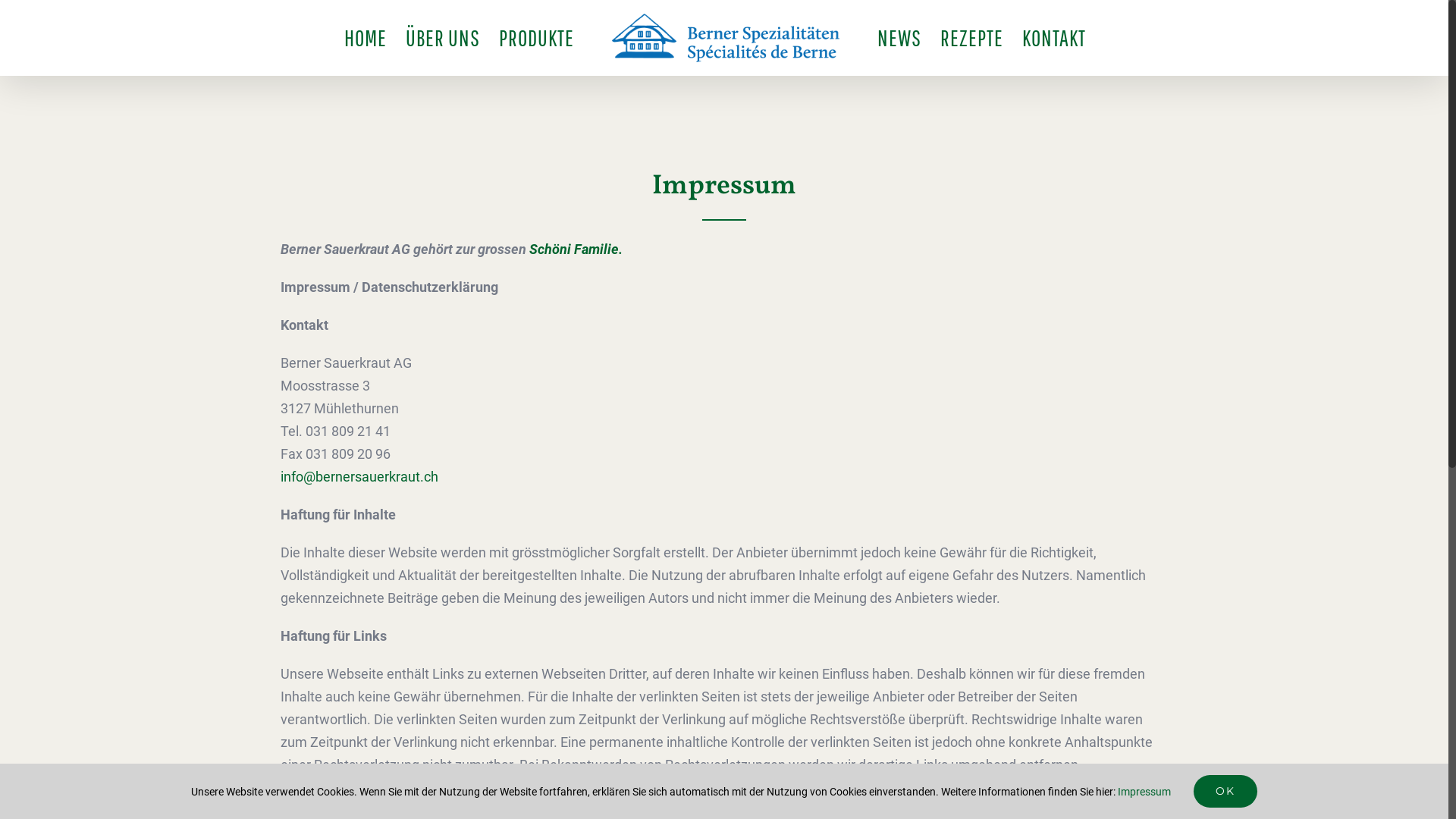 The height and width of the screenshot is (819, 1456). I want to click on 'HOME', so click(344, 37).